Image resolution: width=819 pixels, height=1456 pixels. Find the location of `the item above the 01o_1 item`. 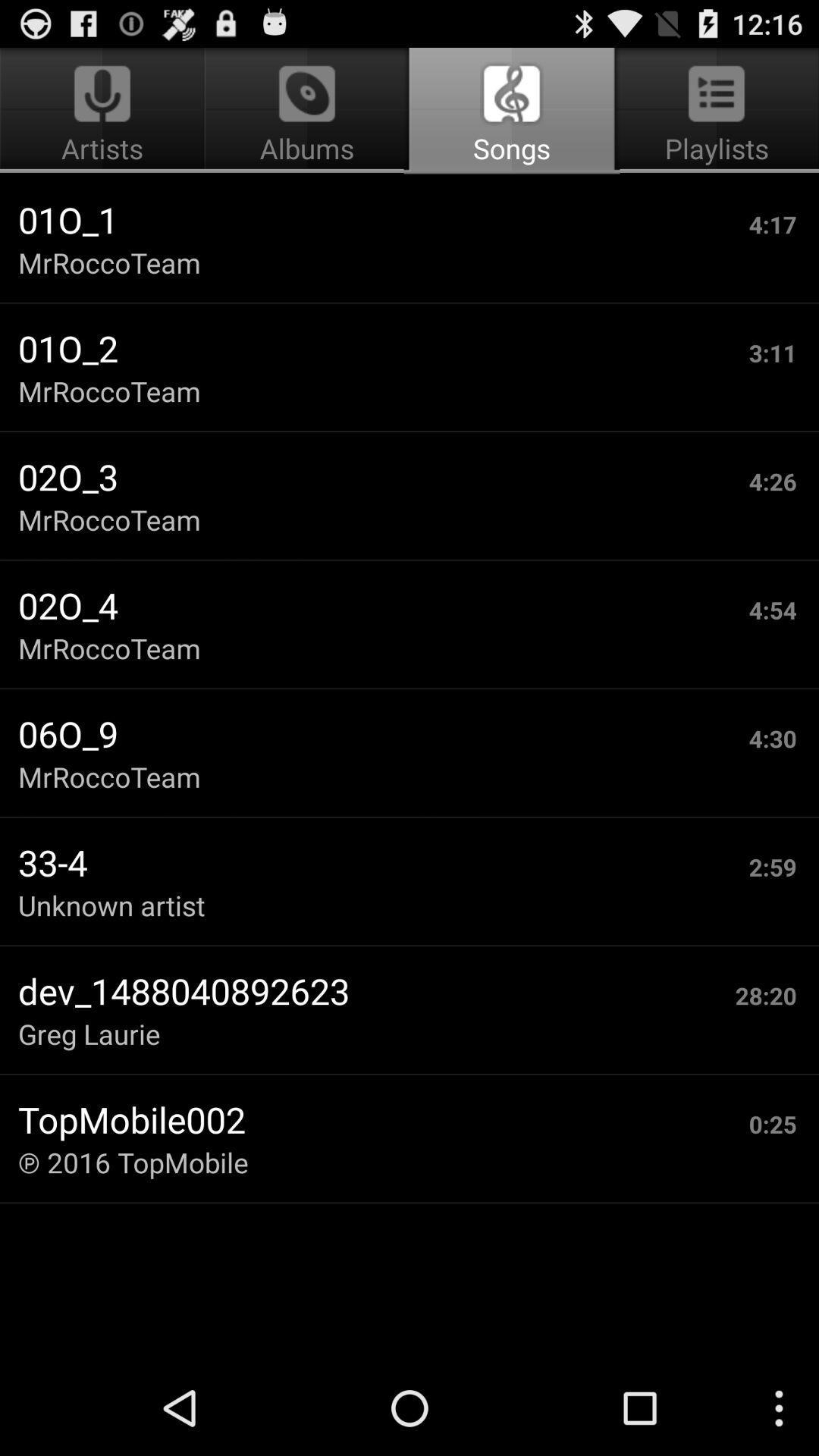

the item above the 01o_1 item is located at coordinates (307, 111).